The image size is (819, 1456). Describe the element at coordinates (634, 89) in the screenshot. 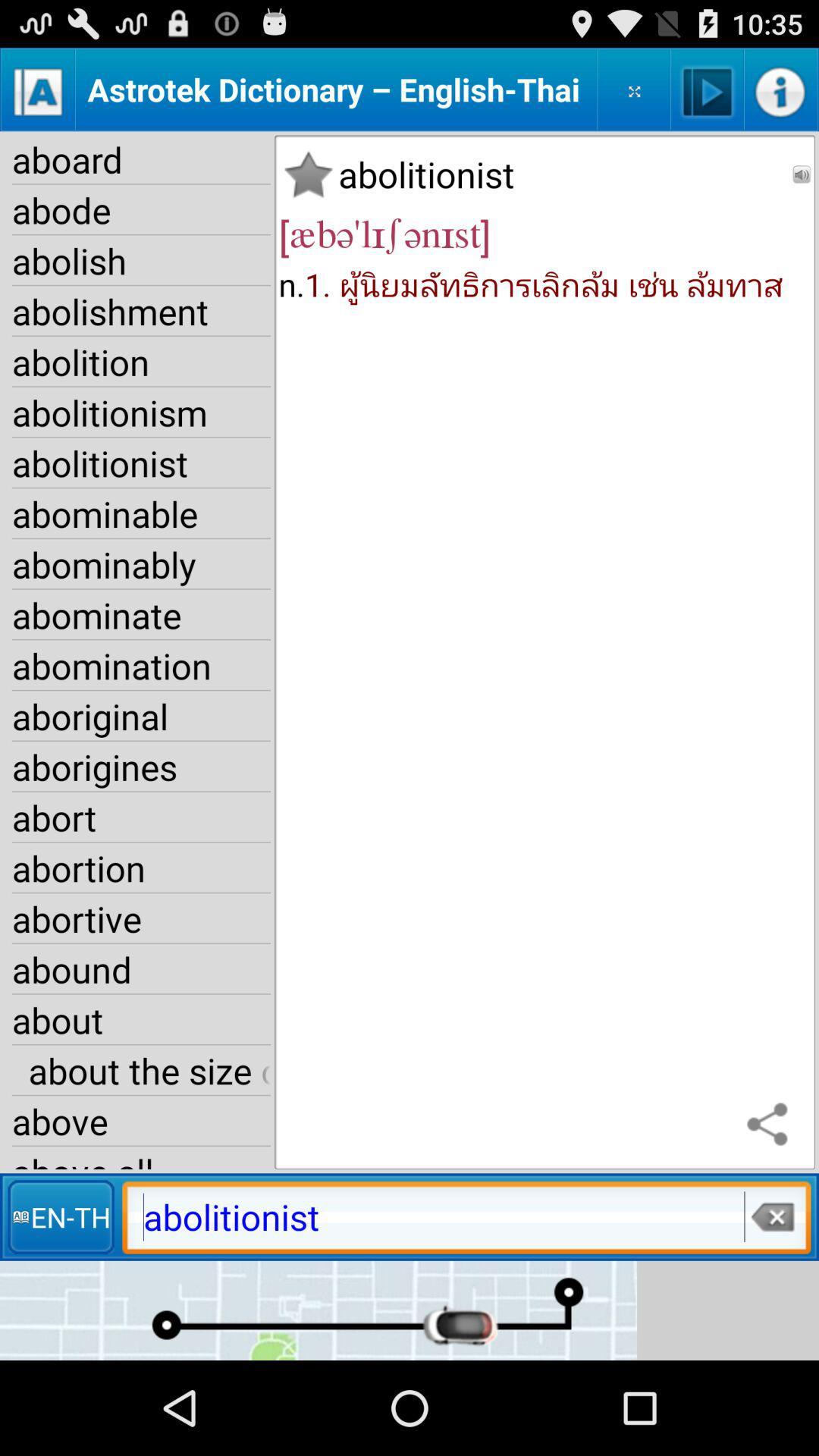

I see `opinion section` at that location.